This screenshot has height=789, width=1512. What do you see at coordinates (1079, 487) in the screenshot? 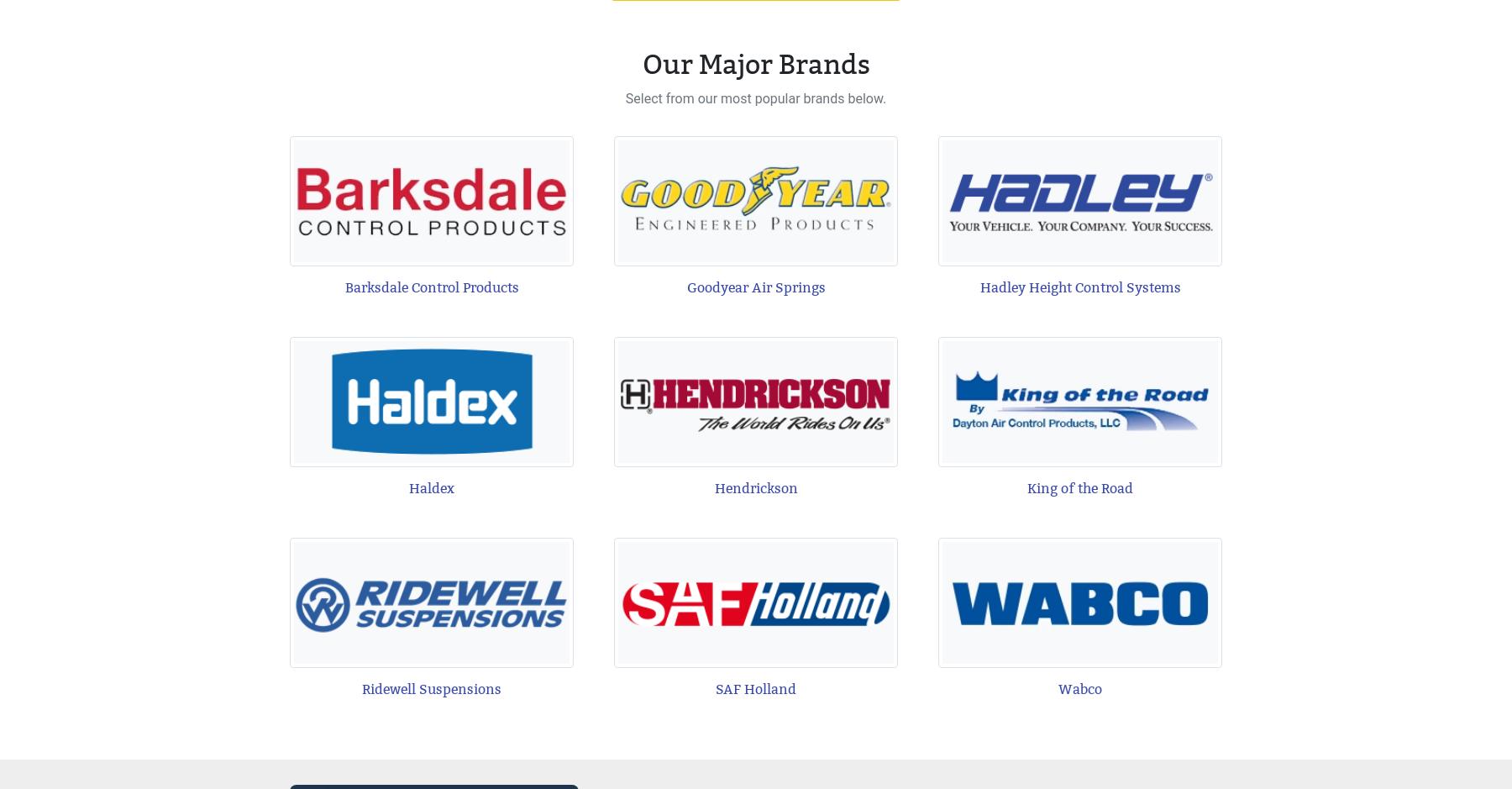
I see `'King of the Road'` at bounding box center [1079, 487].